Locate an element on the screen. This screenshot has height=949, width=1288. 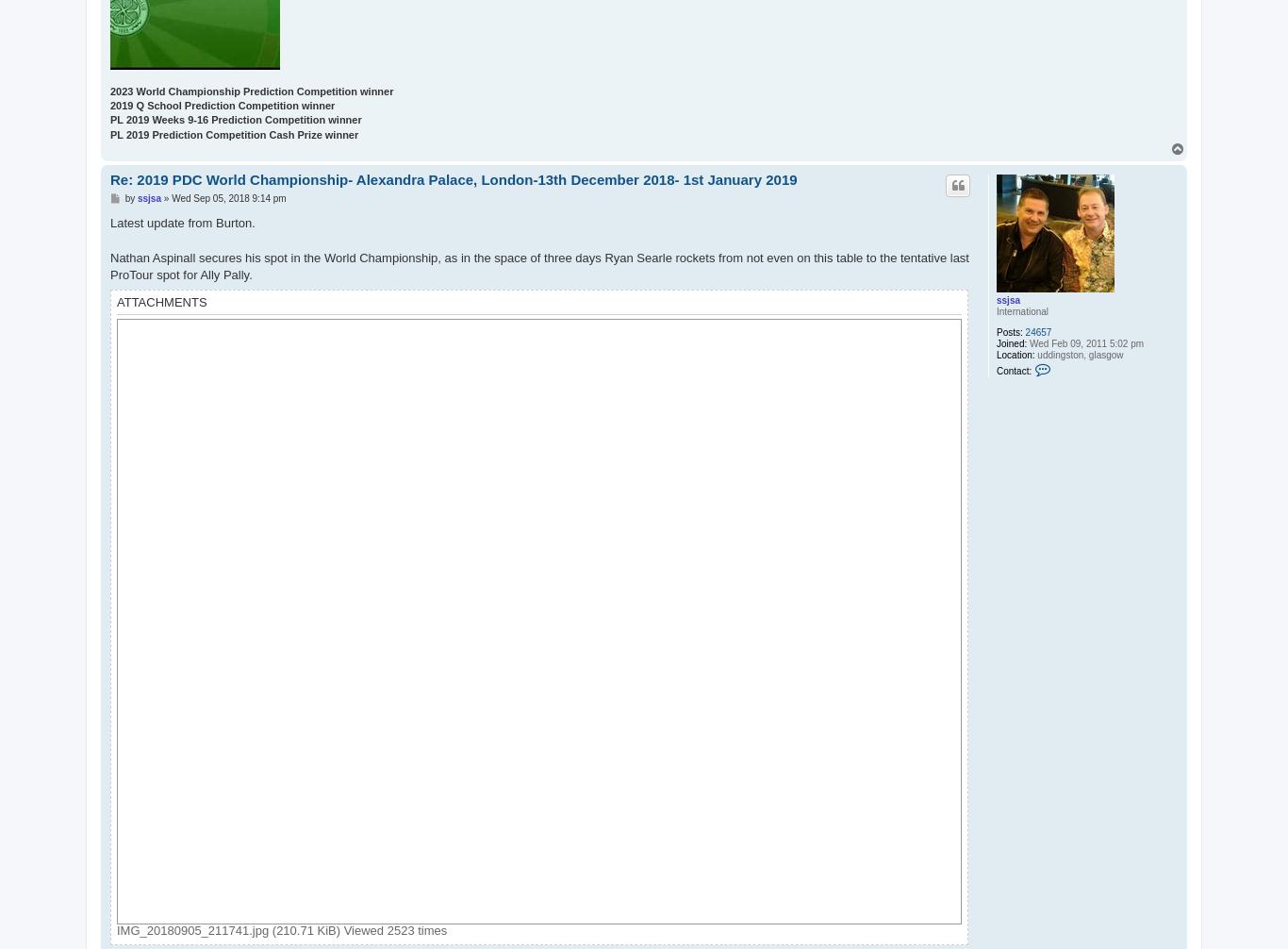
'24657' is located at coordinates (1036, 331).